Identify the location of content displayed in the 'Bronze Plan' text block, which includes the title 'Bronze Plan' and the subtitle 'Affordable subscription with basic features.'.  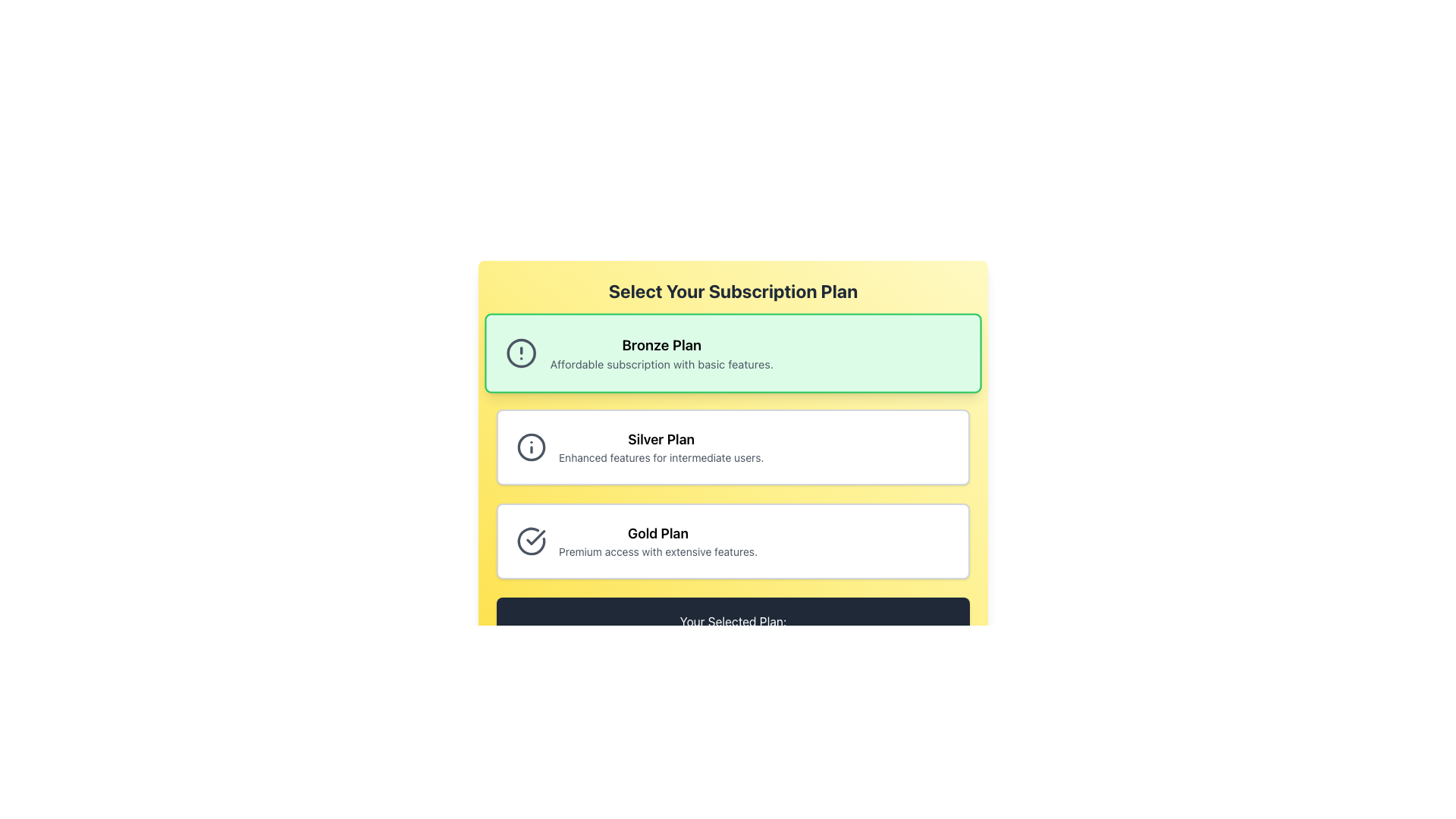
(661, 353).